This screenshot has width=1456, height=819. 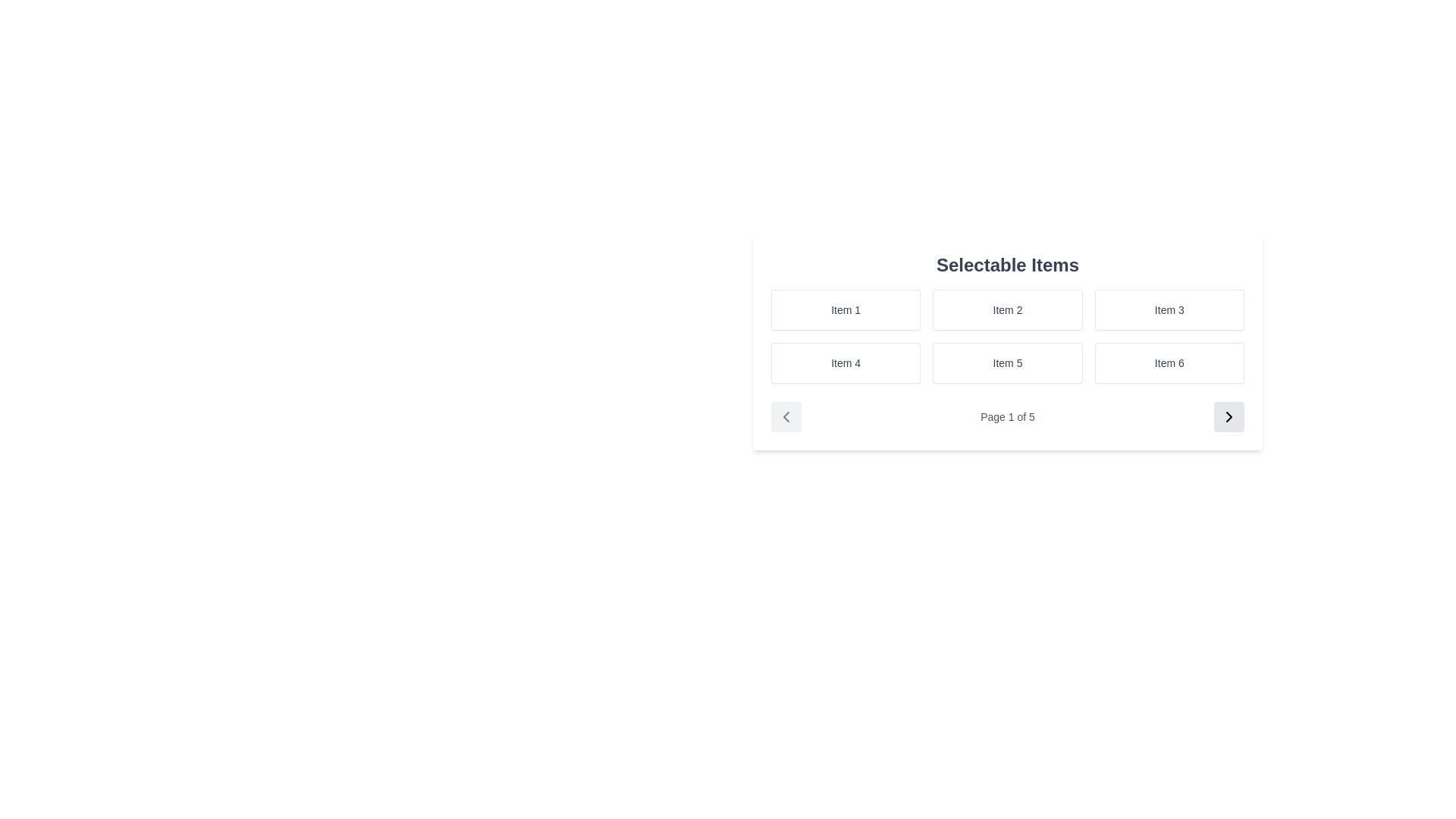 What do you see at coordinates (1169, 362) in the screenshot?
I see `text content of the TextLabel that indicates 'Item 6', located in the last column of the second row in a grid of selectable items` at bounding box center [1169, 362].